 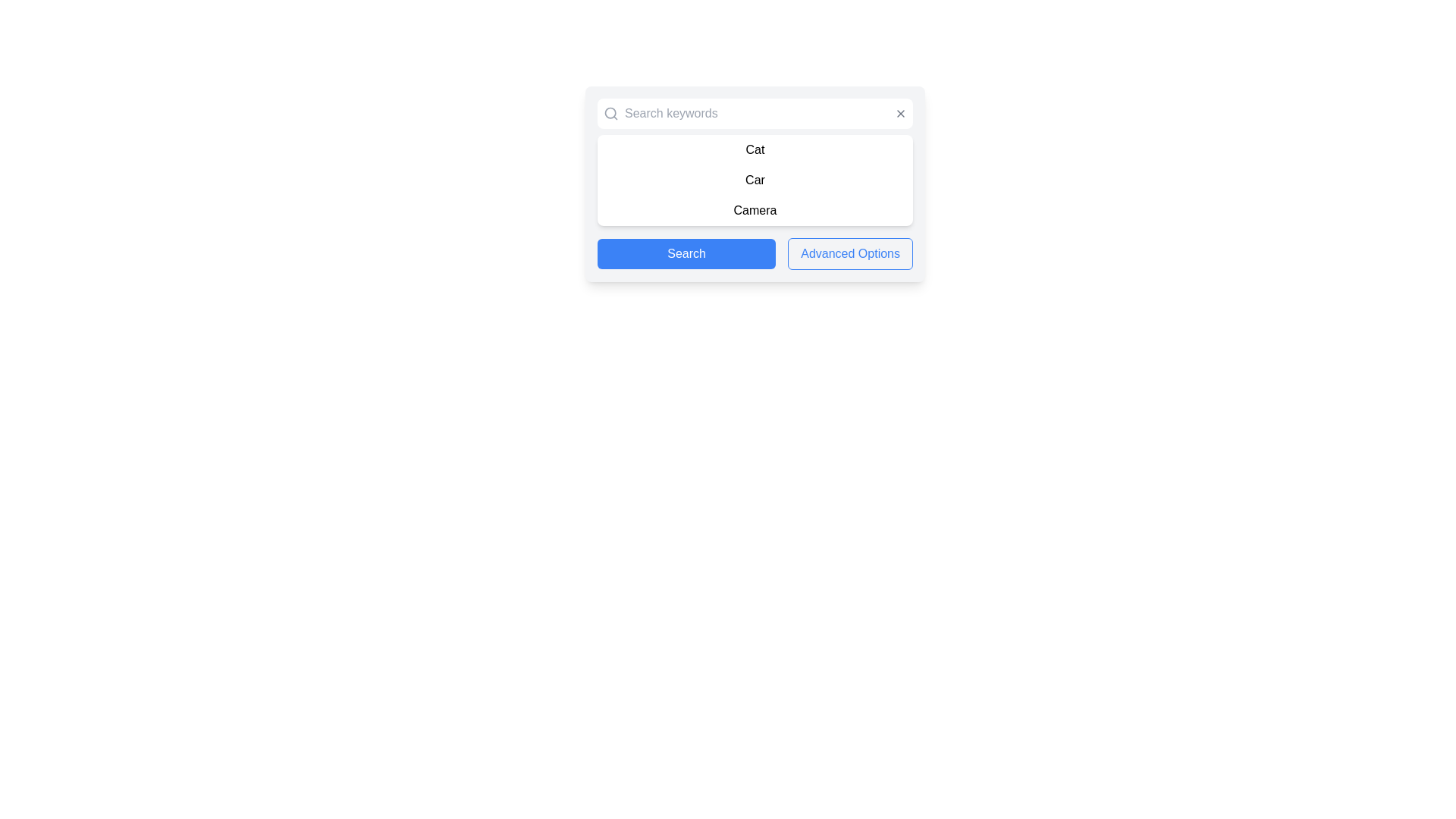 What do you see at coordinates (901, 113) in the screenshot?
I see `the small gray button with an 'X' icon located at the far right inside the rounded search box component` at bounding box center [901, 113].